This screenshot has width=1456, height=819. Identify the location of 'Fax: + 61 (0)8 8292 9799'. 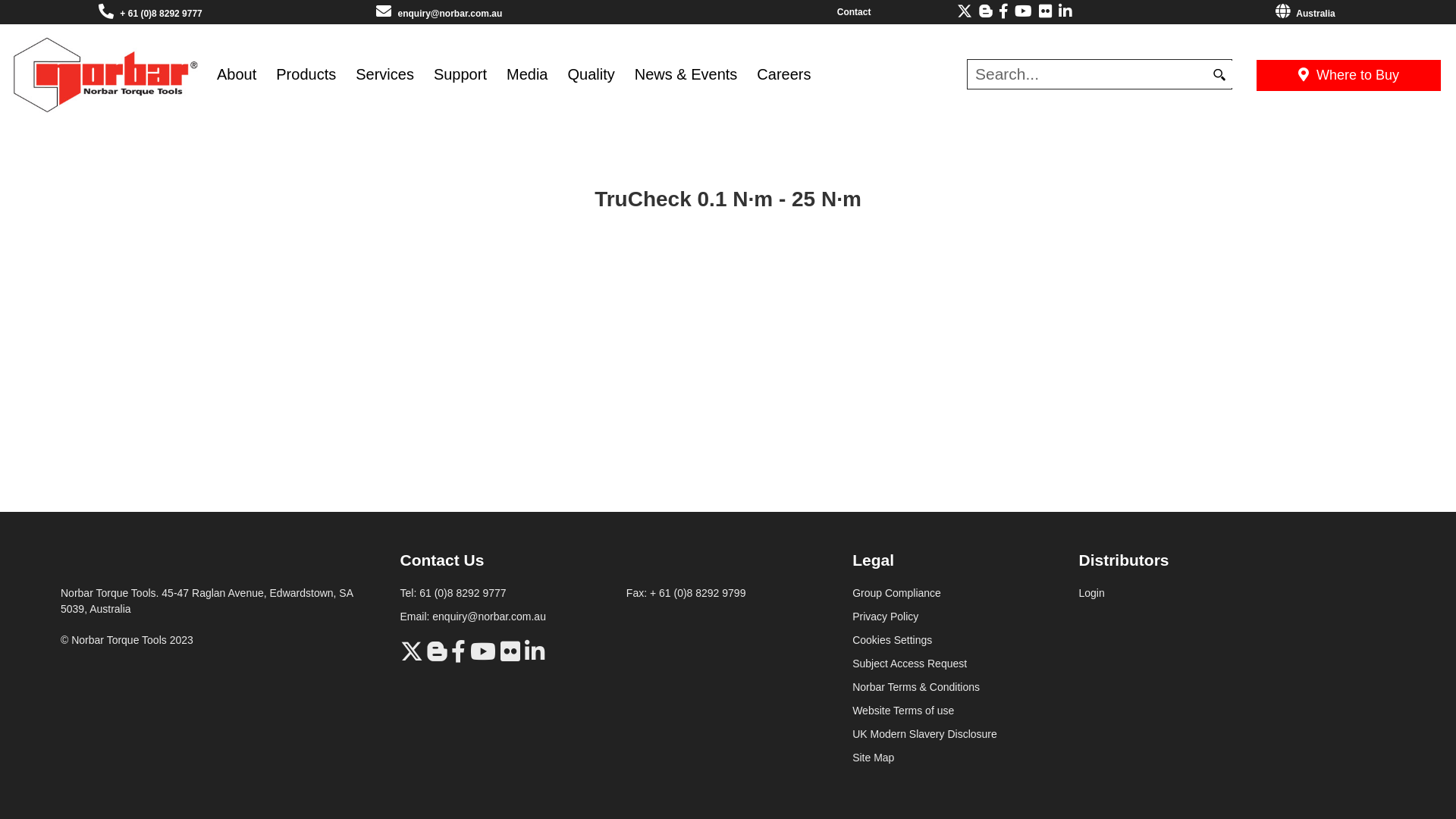
(686, 592).